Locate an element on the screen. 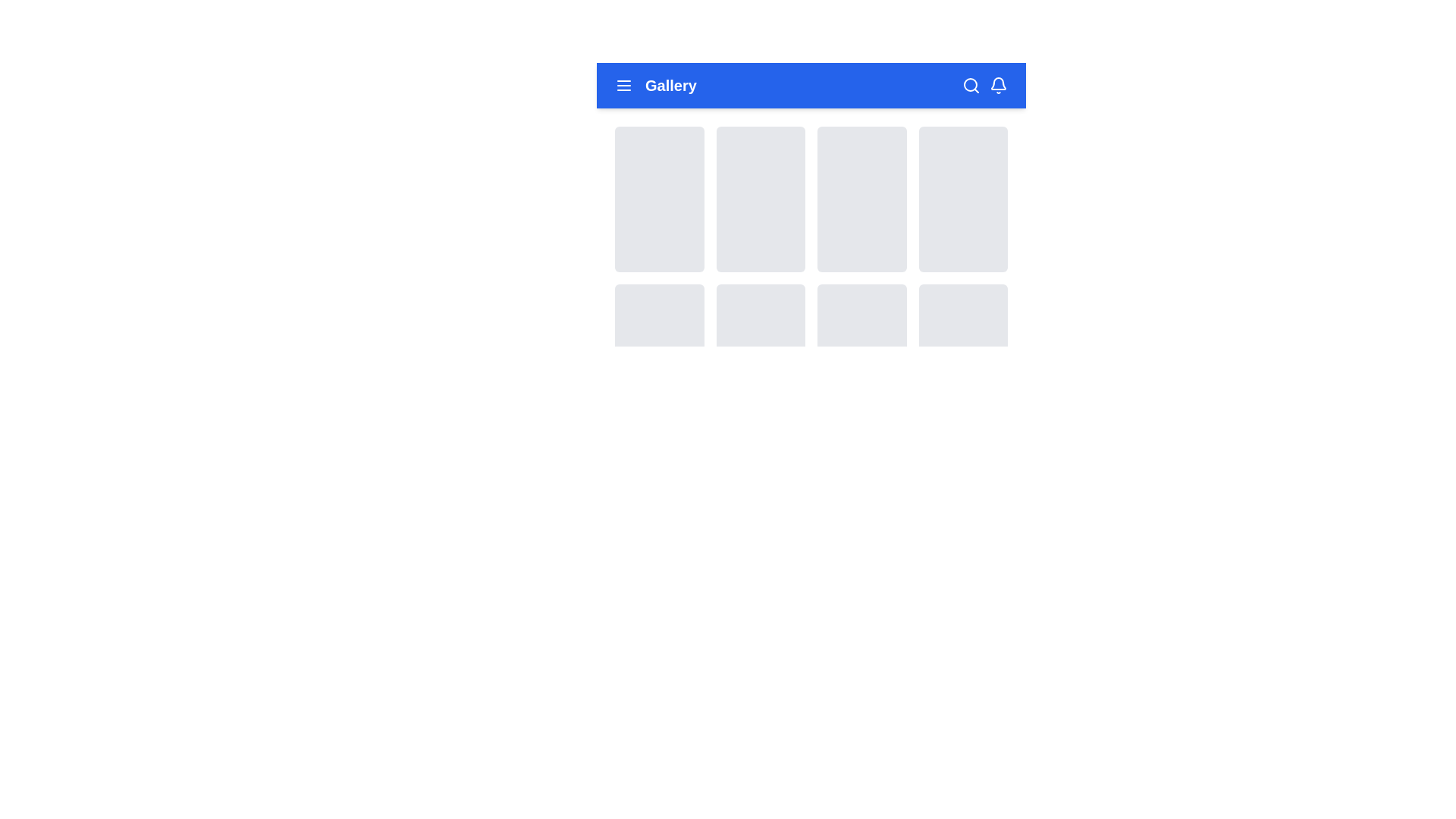  the first rectangular tile with a light-gray background and rounded corners is located at coordinates (659, 198).